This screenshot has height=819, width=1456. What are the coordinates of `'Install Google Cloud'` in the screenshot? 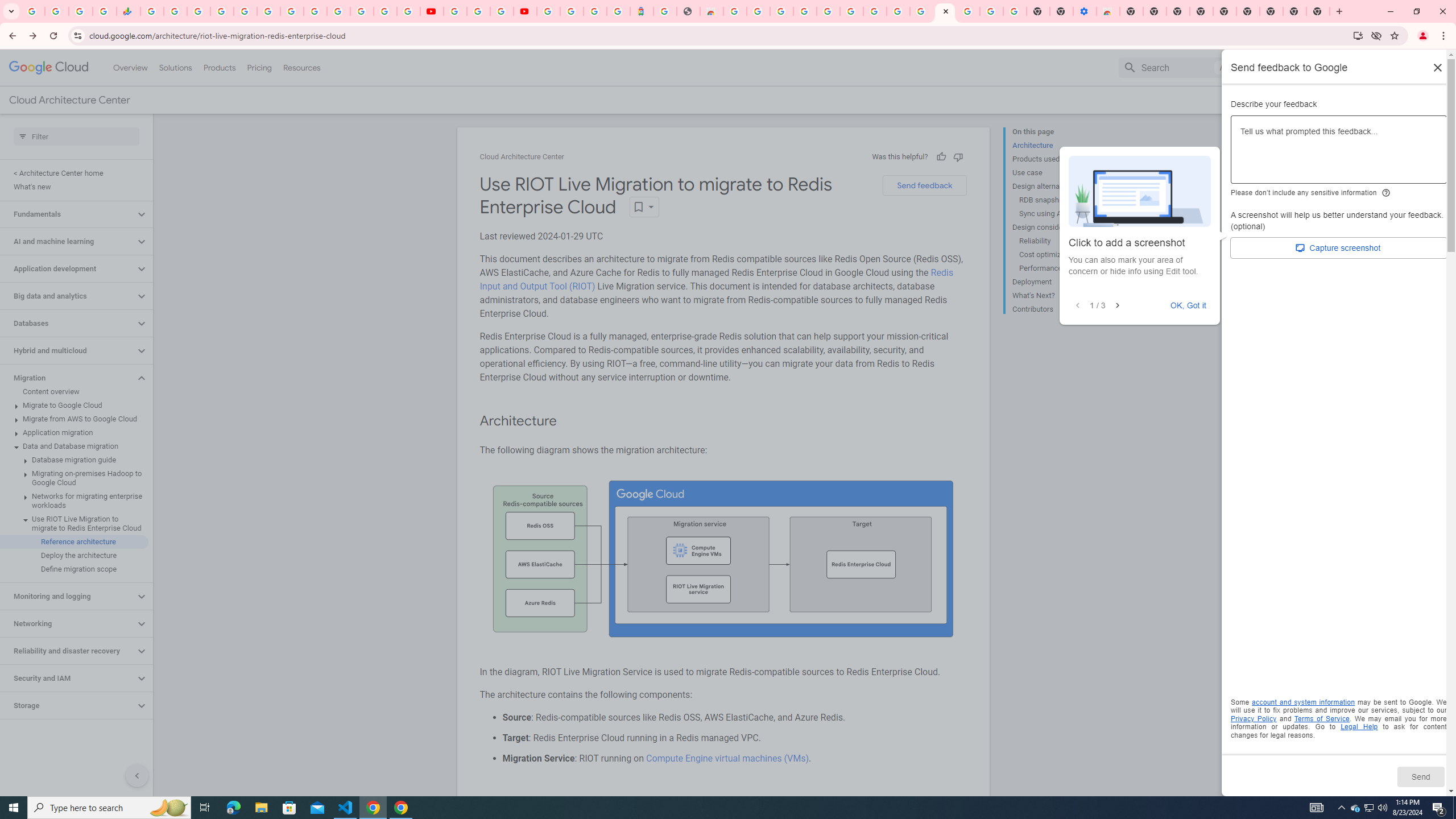 It's located at (1358, 35).